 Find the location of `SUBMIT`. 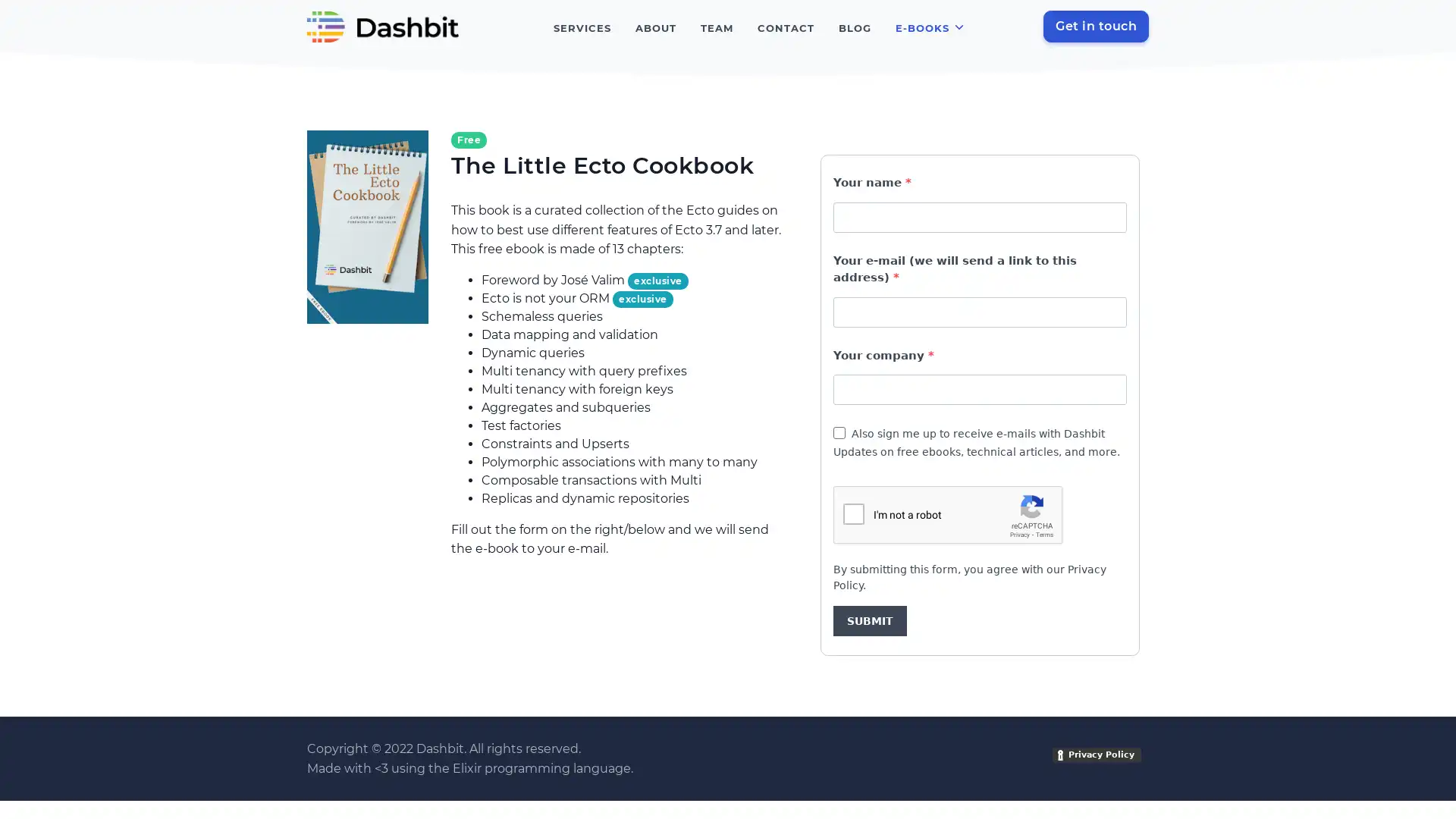

SUBMIT is located at coordinates (870, 620).